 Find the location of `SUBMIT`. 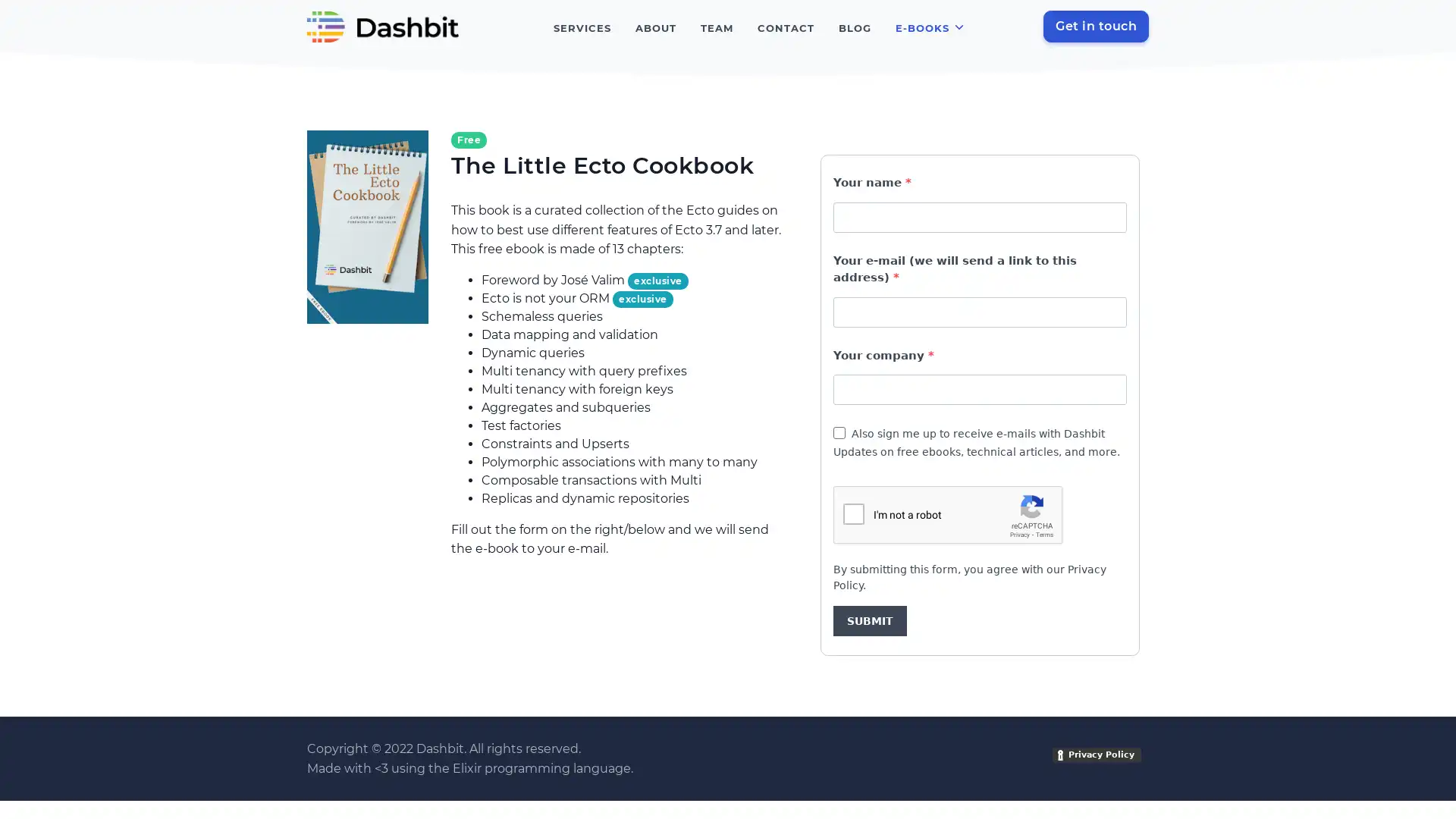

SUBMIT is located at coordinates (870, 620).